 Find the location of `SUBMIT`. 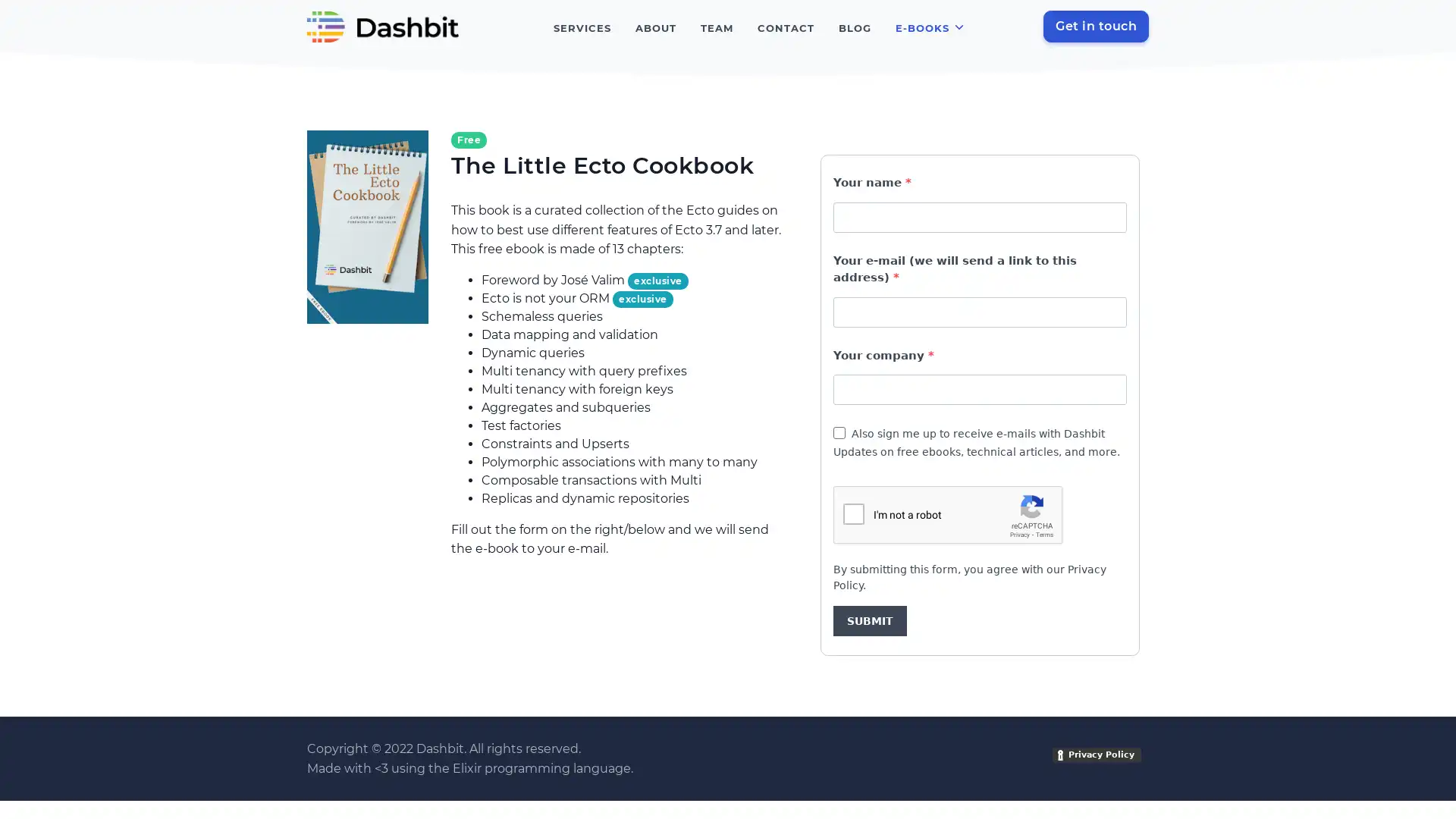

SUBMIT is located at coordinates (870, 620).